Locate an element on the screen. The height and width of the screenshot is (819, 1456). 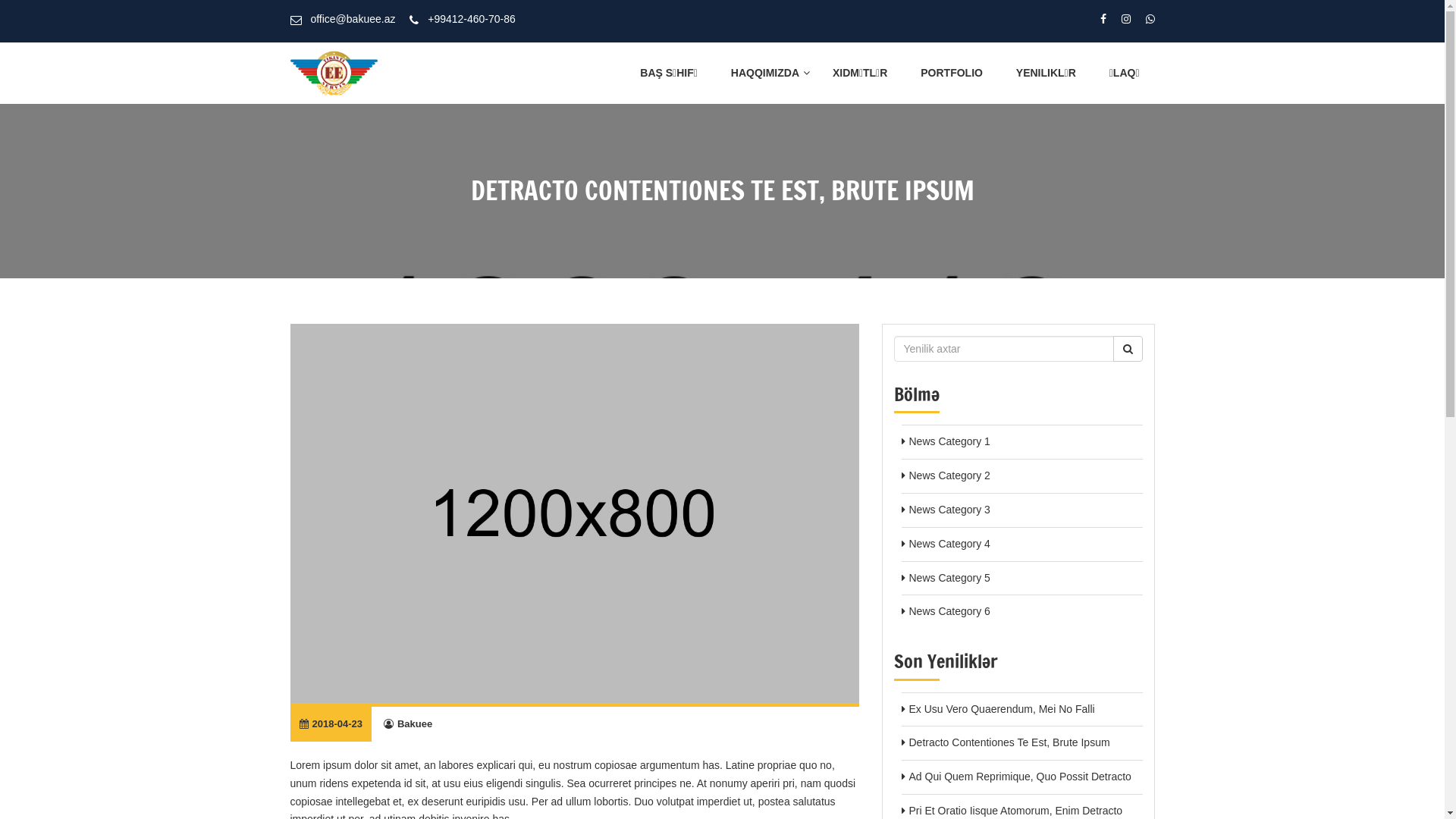
'News Category 4' is located at coordinates (908, 543).